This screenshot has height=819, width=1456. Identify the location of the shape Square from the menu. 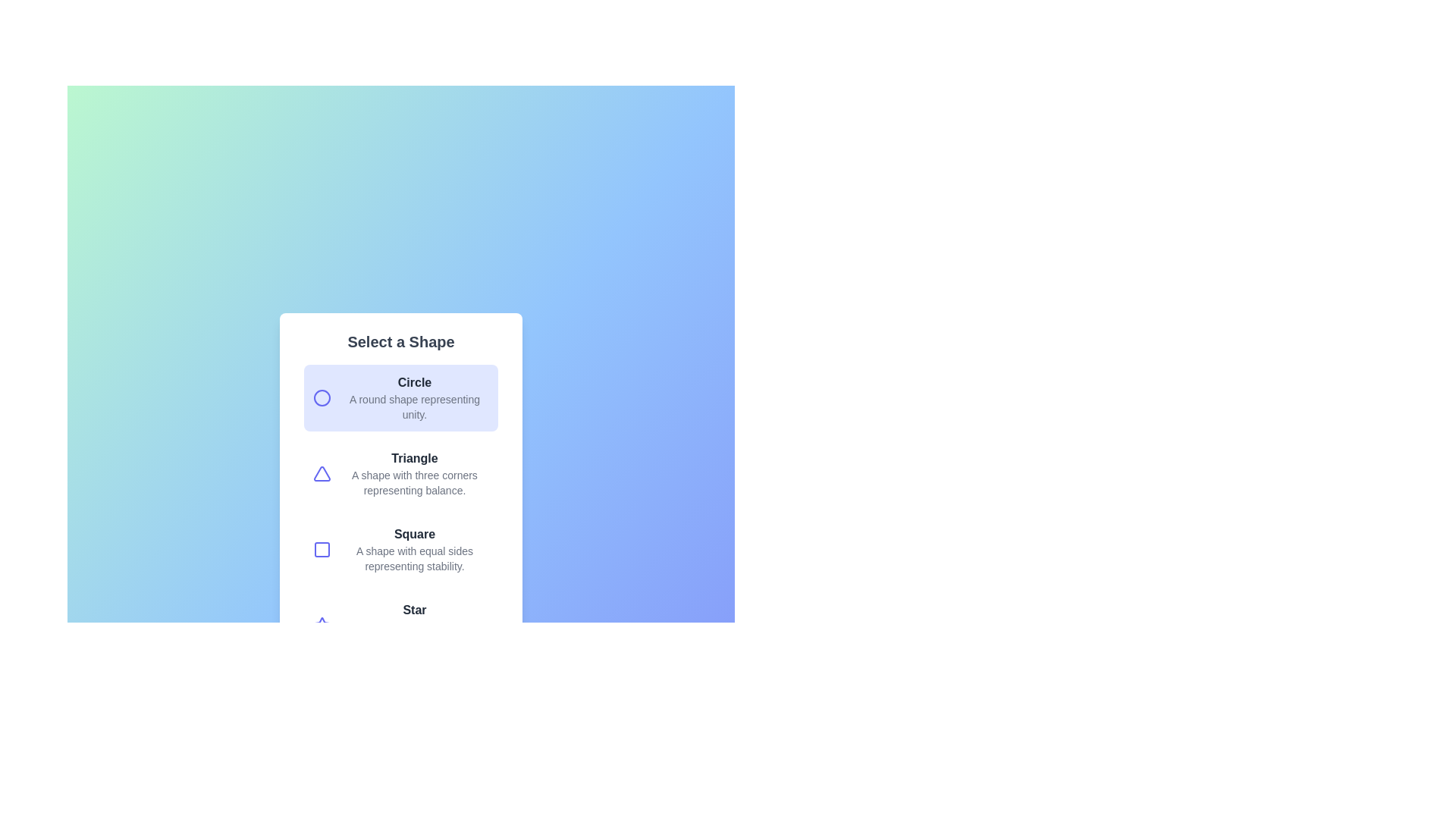
(400, 550).